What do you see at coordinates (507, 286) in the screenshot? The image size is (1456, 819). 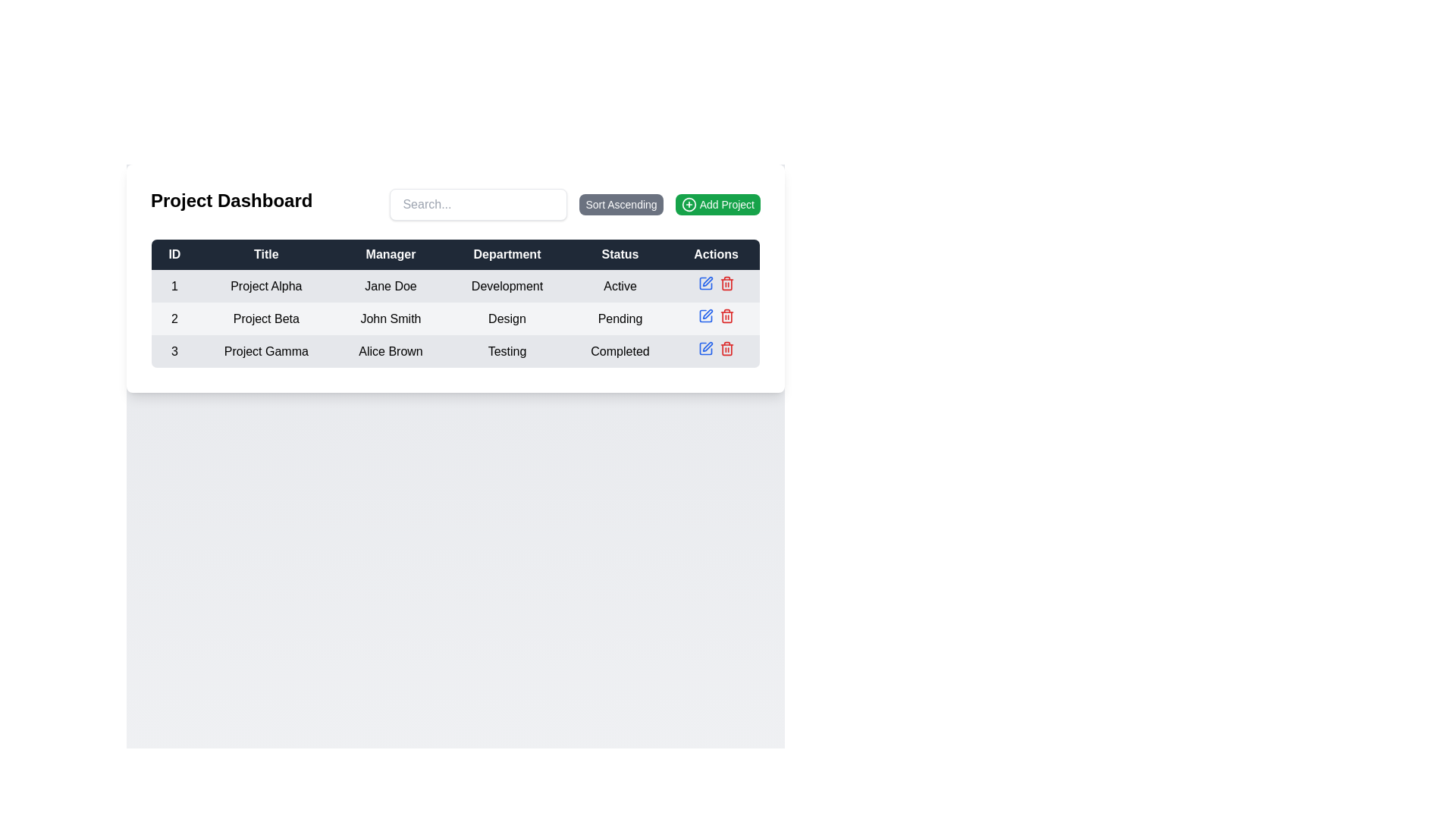 I see `the 'Development' text label in the table under the 'Department' column for the 'Project Alpha' row` at bounding box center [507, 286].